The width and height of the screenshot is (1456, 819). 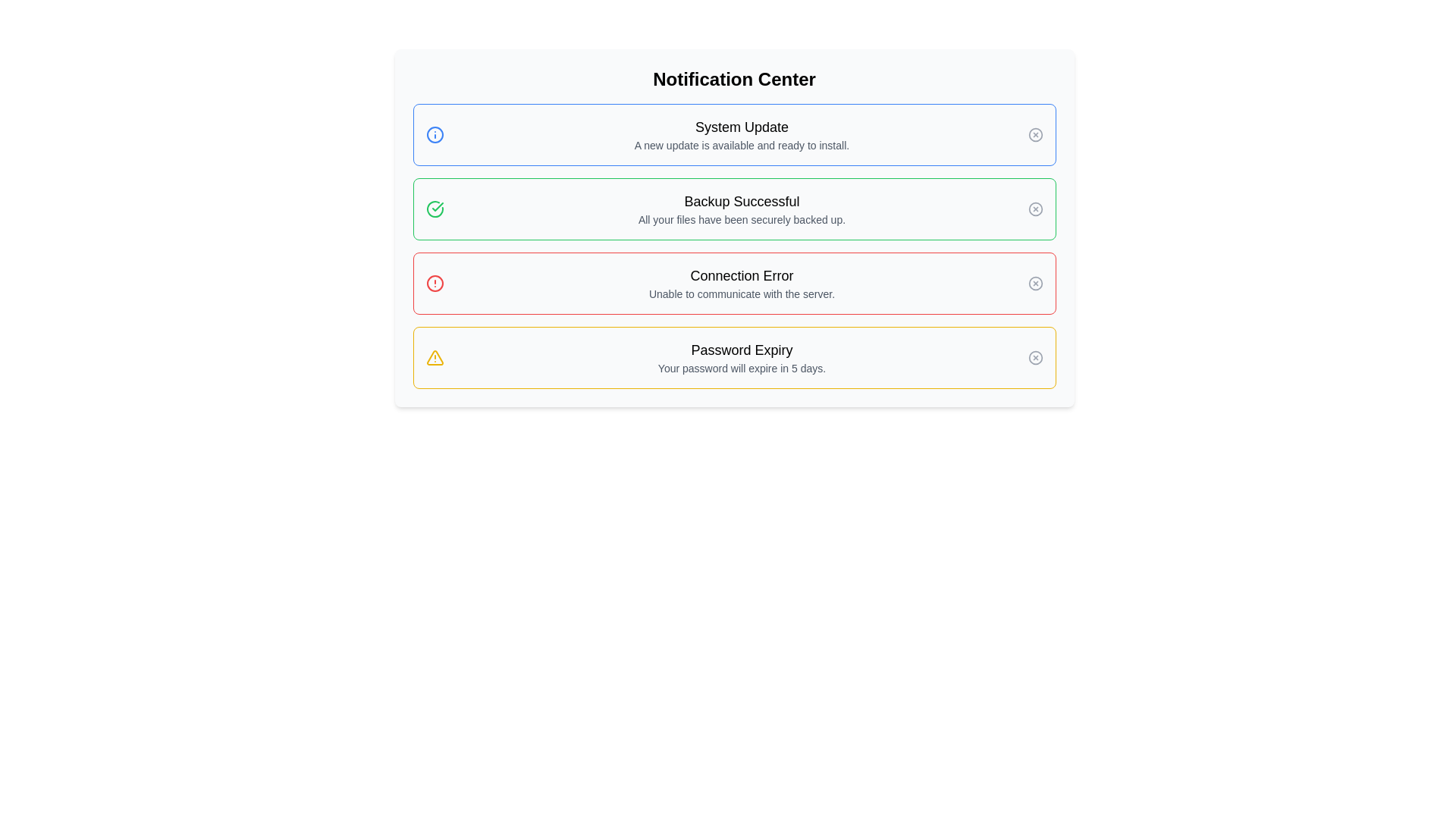 What do you see at coordinates (742, 209) in the screenshot?
I see `the informational text that displays a confirmation message about a successful backup operation, located within a green-bordered notification card as the second notification in the list` at bounding box center [742, 209].